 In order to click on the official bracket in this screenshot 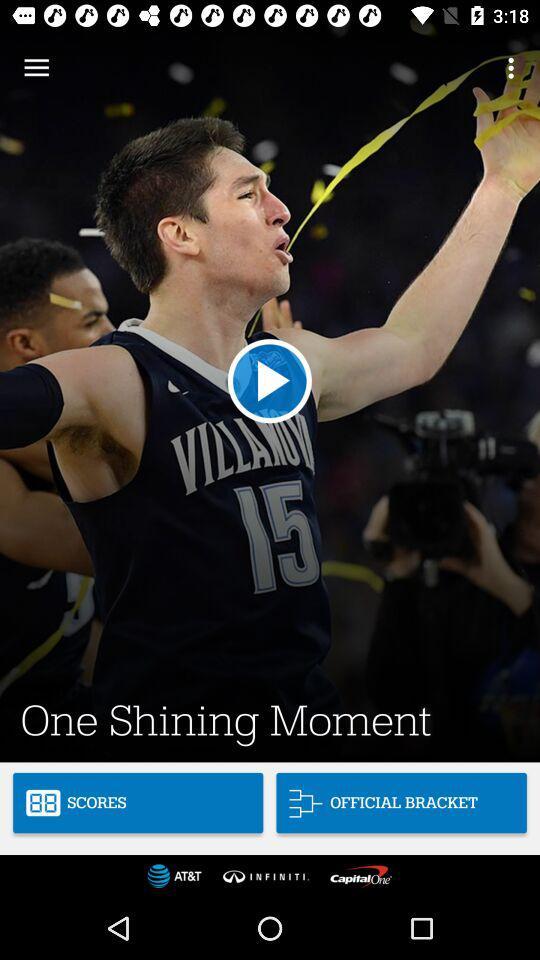, I will do `click(401, 803)`.